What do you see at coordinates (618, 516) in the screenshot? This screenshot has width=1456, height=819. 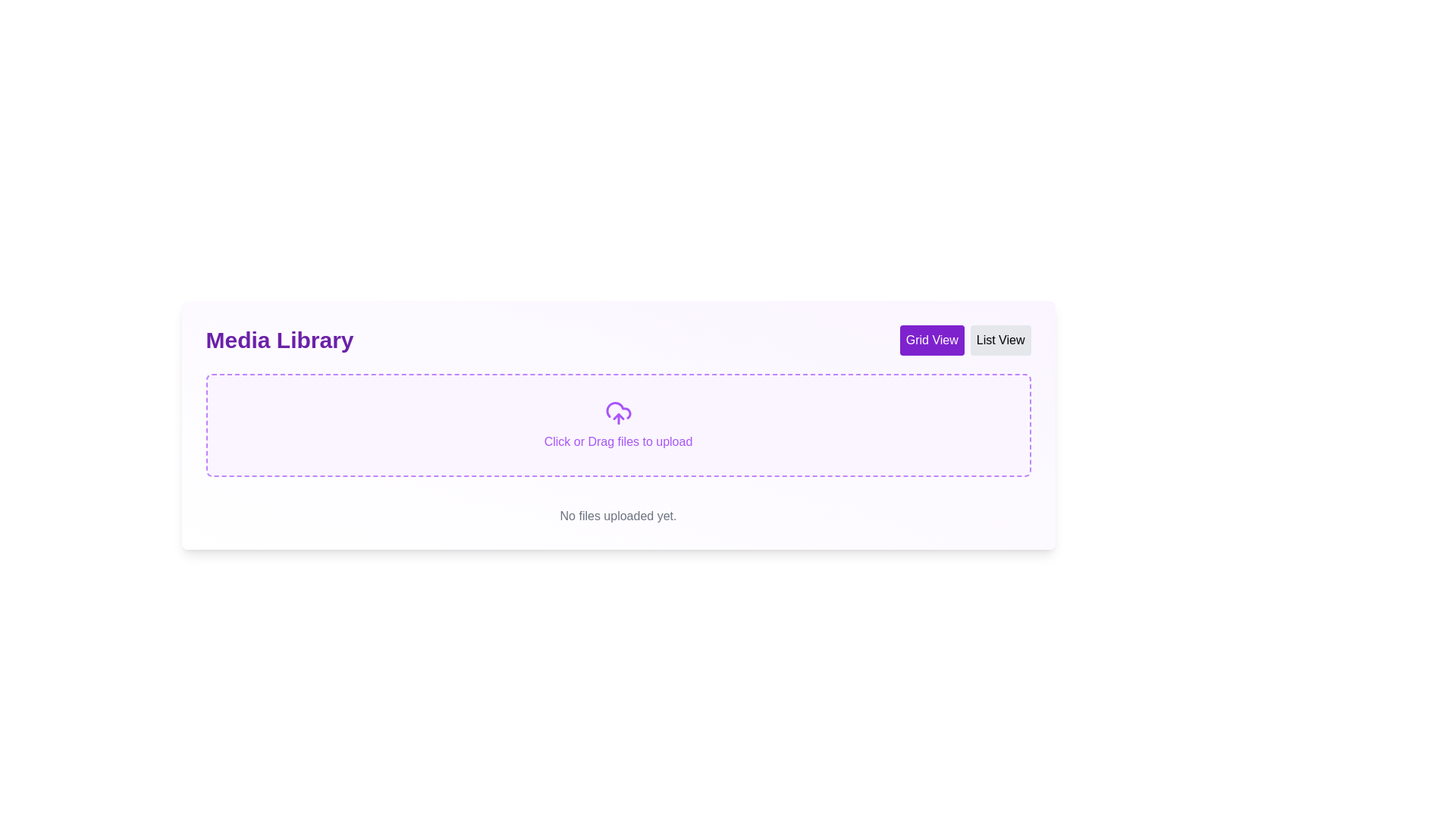 I see `the informational text indicating that no files have been uploaded yet, located at the bottom of the media library interface` at bounding box center [618, 516].